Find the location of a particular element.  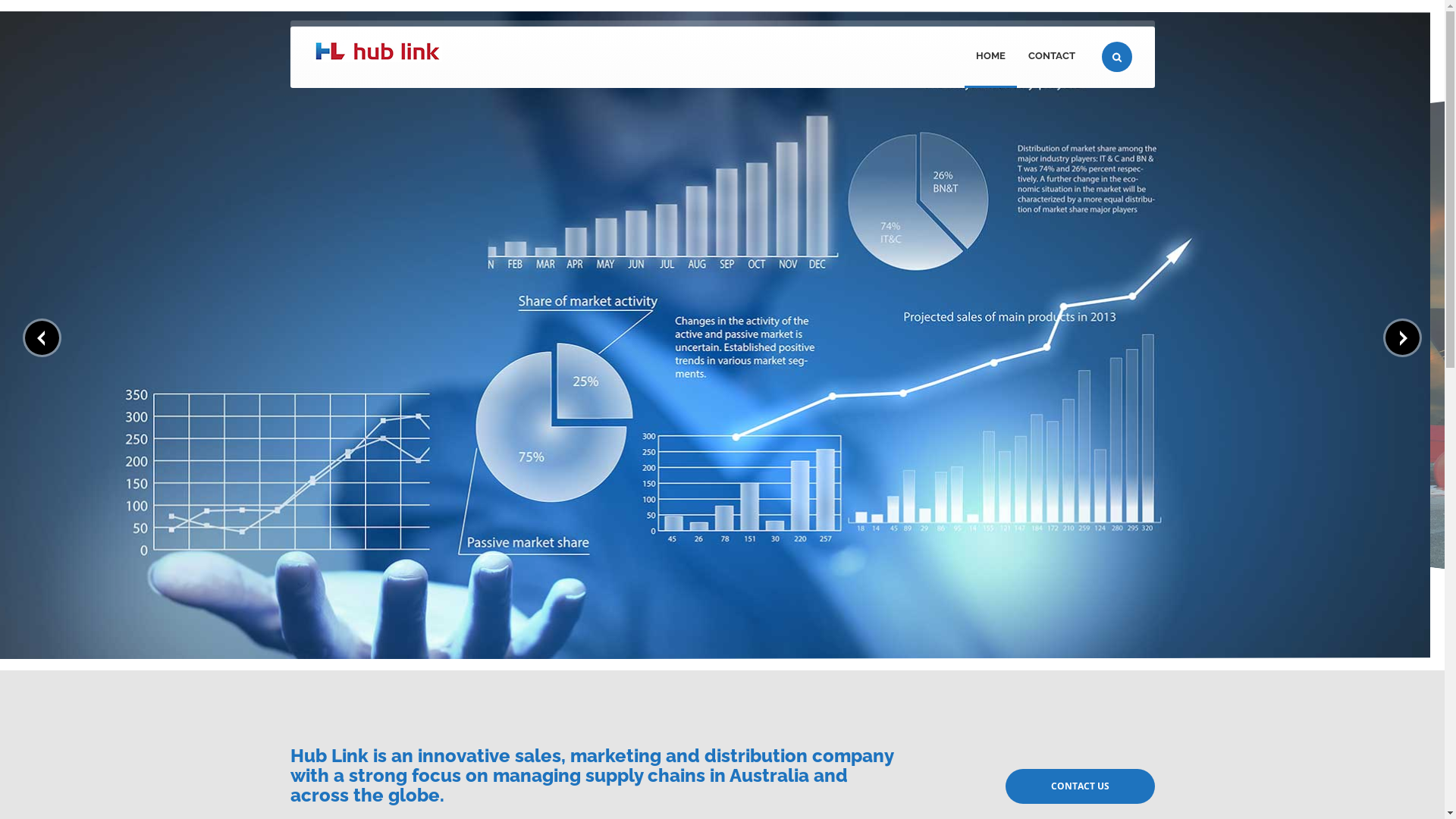

'CONTACT' is located at coordinates (1050, 56).